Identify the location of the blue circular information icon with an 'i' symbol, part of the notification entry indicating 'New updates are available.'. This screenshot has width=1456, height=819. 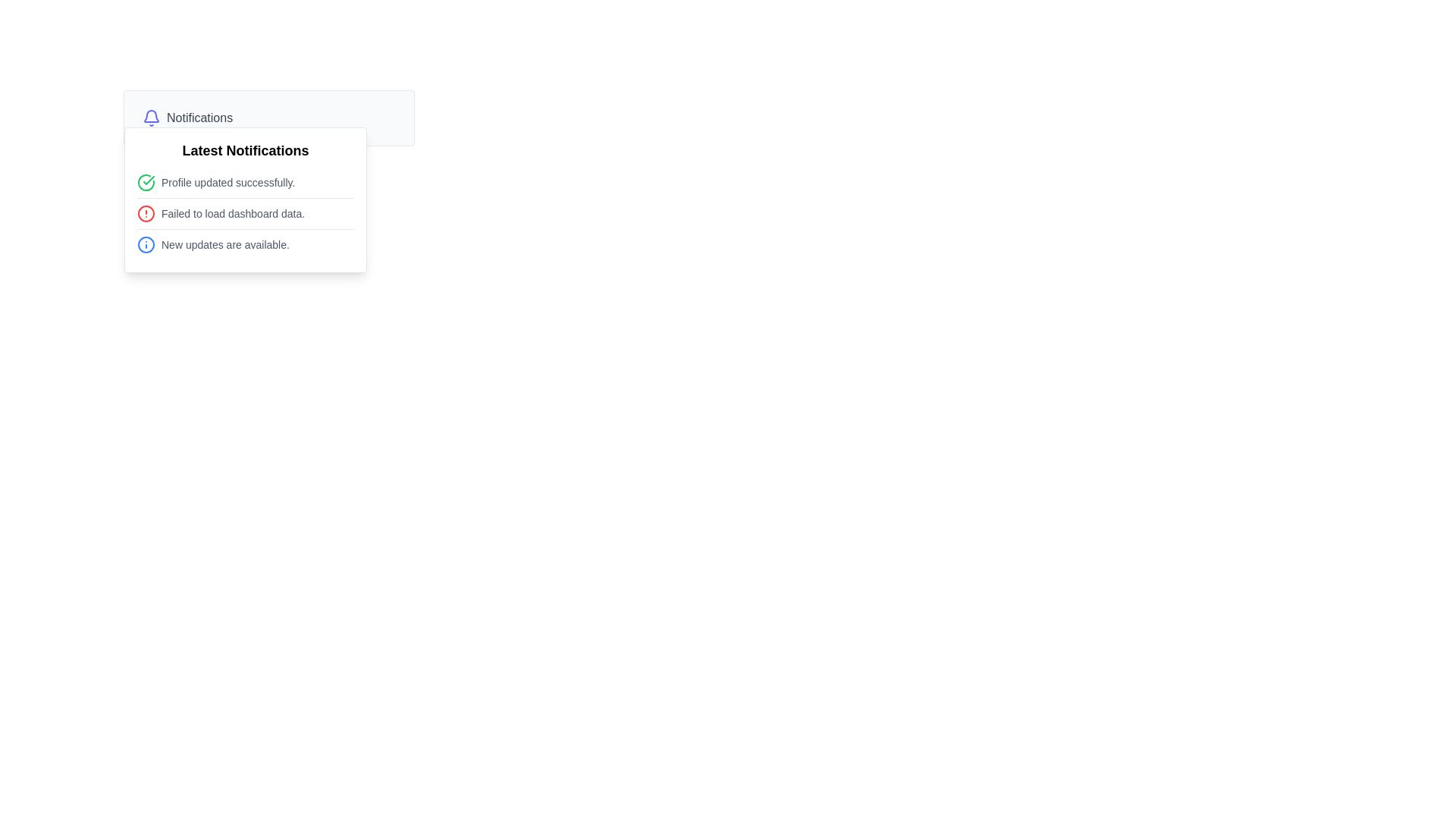
(146, 244).